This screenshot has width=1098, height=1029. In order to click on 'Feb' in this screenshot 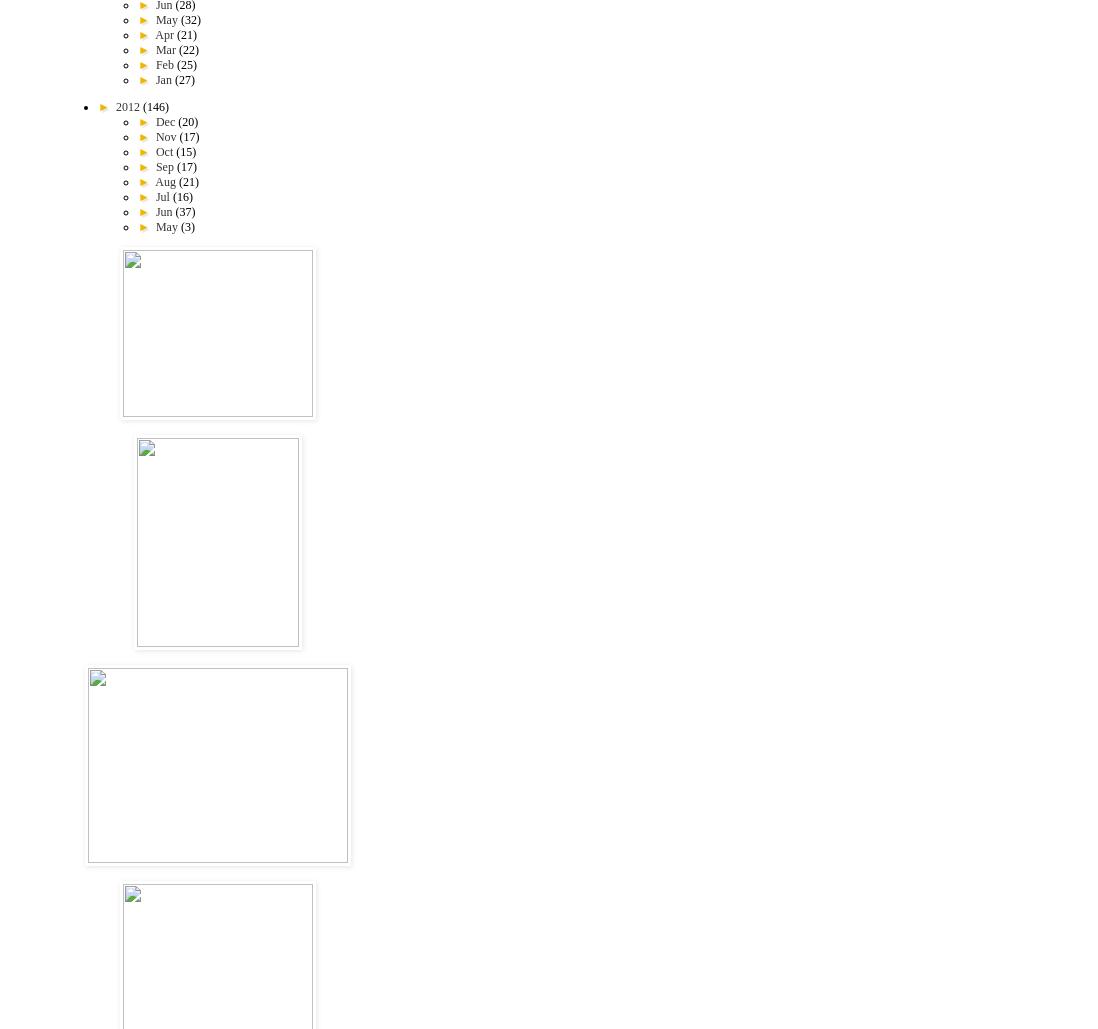, I will do `click(165, 65)`.